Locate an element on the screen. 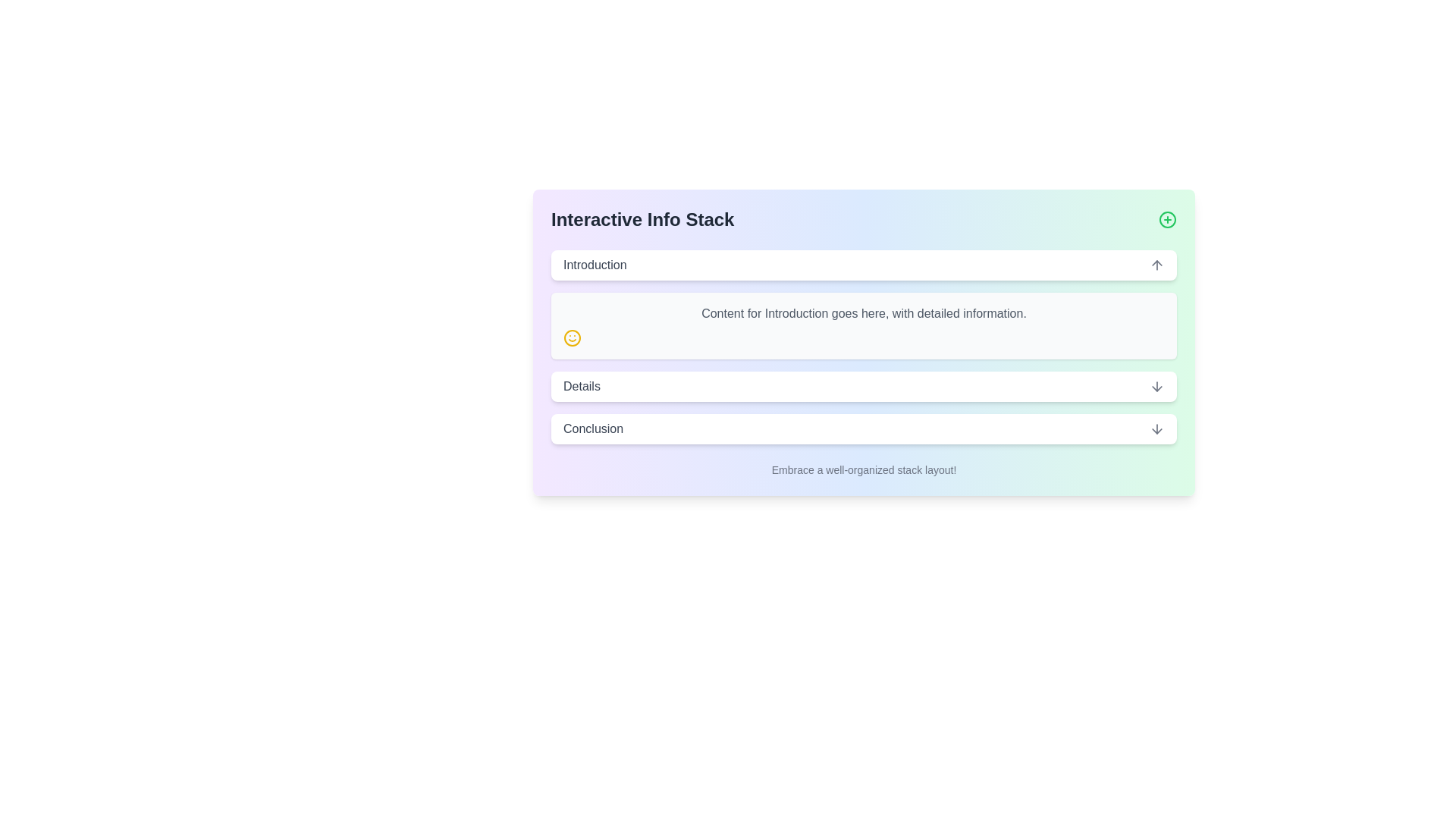 The image size is (1456, 819). the button at the top of the stack is located at coordinates (864, 265).